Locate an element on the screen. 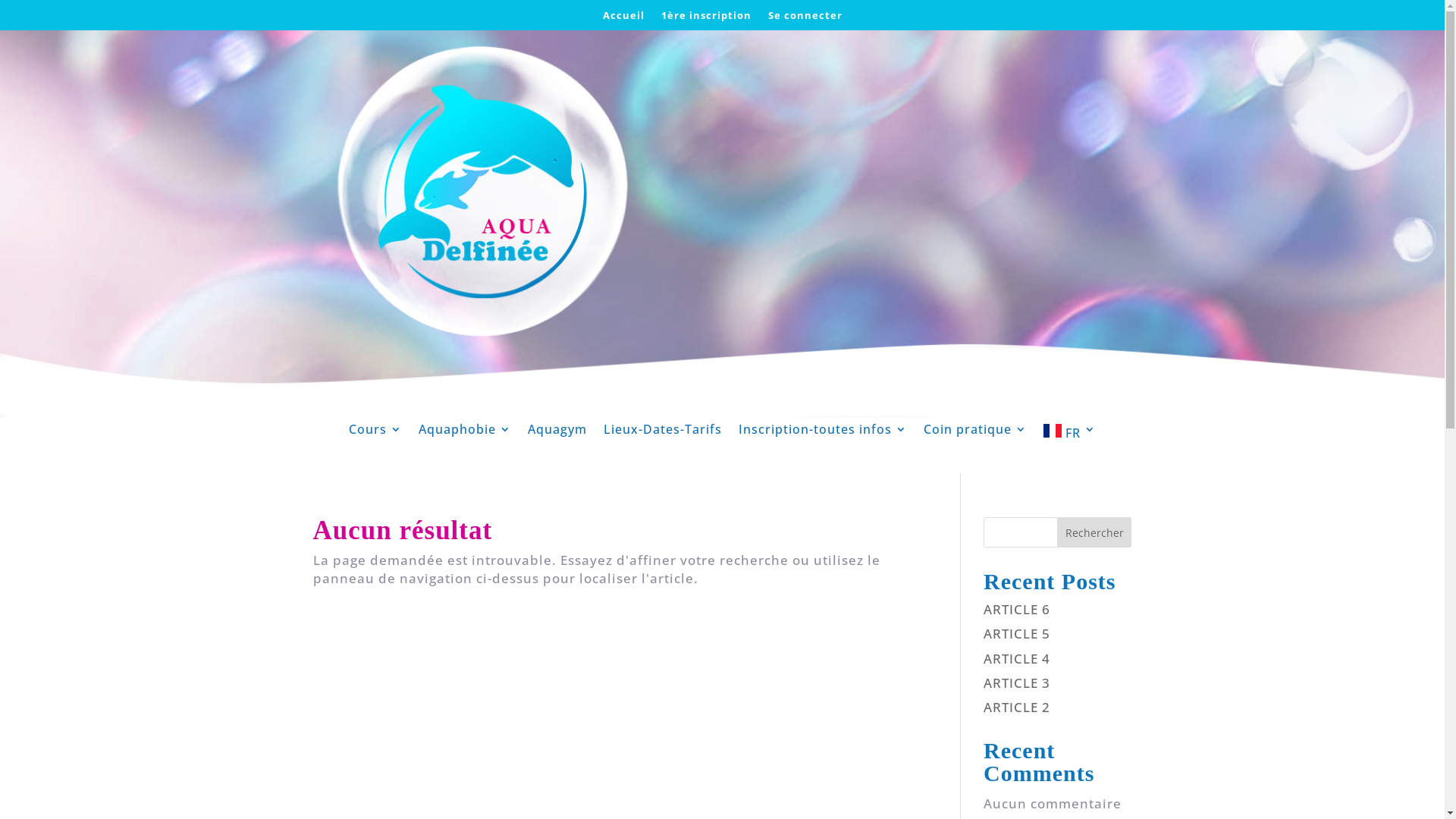 The image size is (1456, 819). 'FR' is located at coordinates (1068, 434).